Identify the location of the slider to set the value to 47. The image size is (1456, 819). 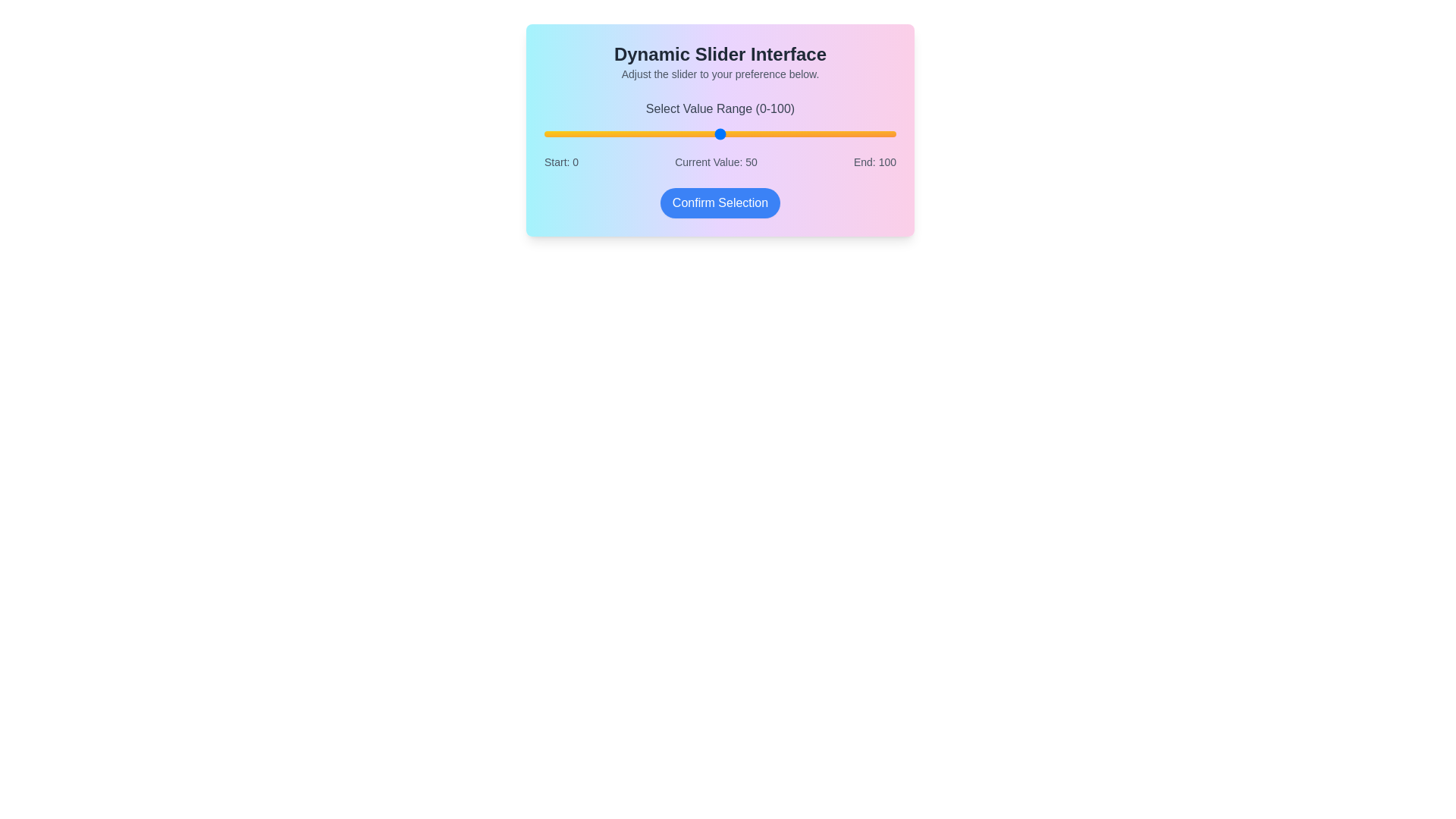
(709, 133).